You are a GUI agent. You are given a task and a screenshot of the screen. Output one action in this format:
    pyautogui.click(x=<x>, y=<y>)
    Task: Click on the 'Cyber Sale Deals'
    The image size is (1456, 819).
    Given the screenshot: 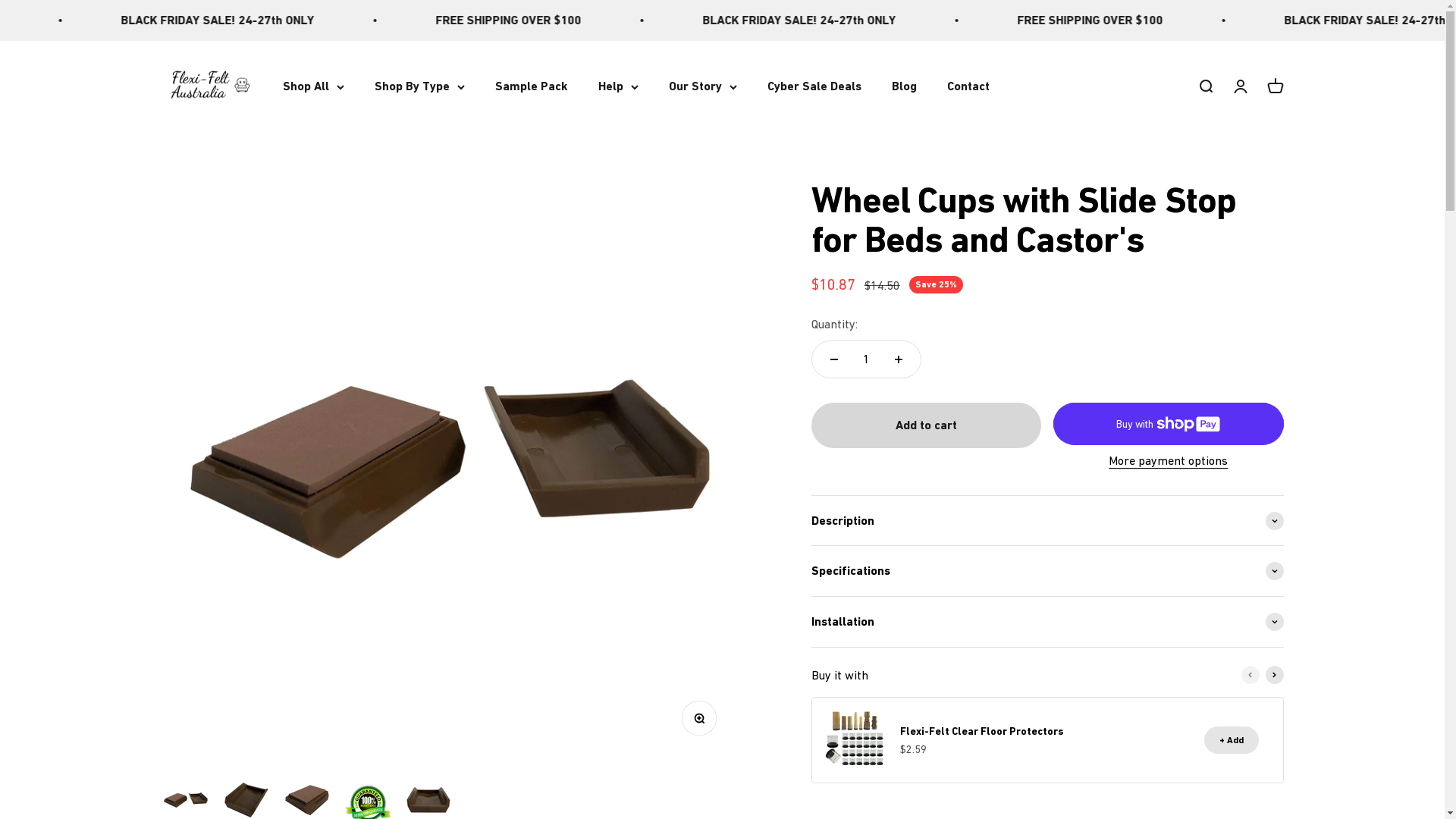 What is the action you would take?
    pyautogui.click(x=767, y=86)
    